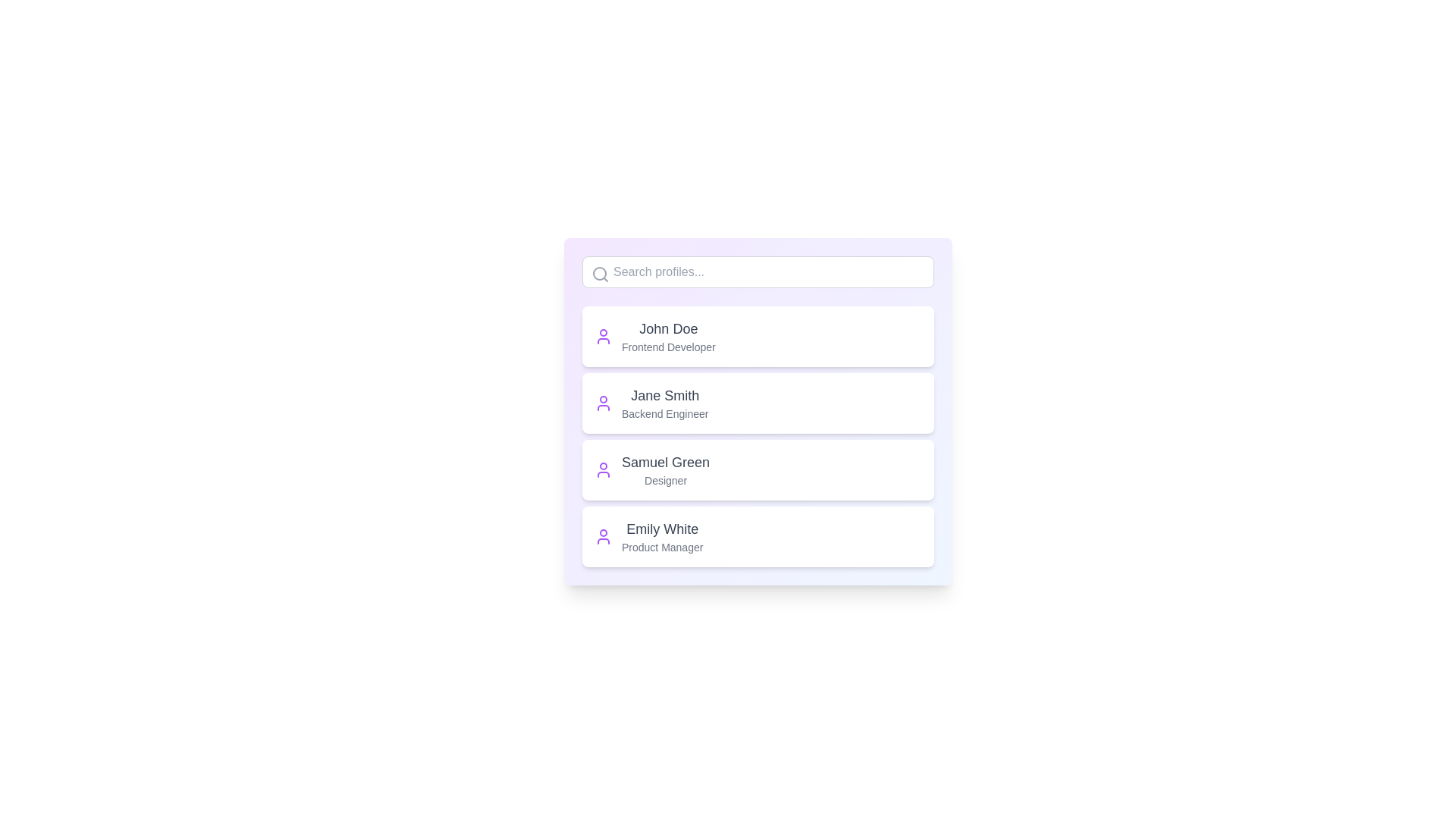  What do you see at coordinates (758, 469) in the screenshot?
I see `the user profile list item for 'Samuel Green'` at bounding box center [758, 469].